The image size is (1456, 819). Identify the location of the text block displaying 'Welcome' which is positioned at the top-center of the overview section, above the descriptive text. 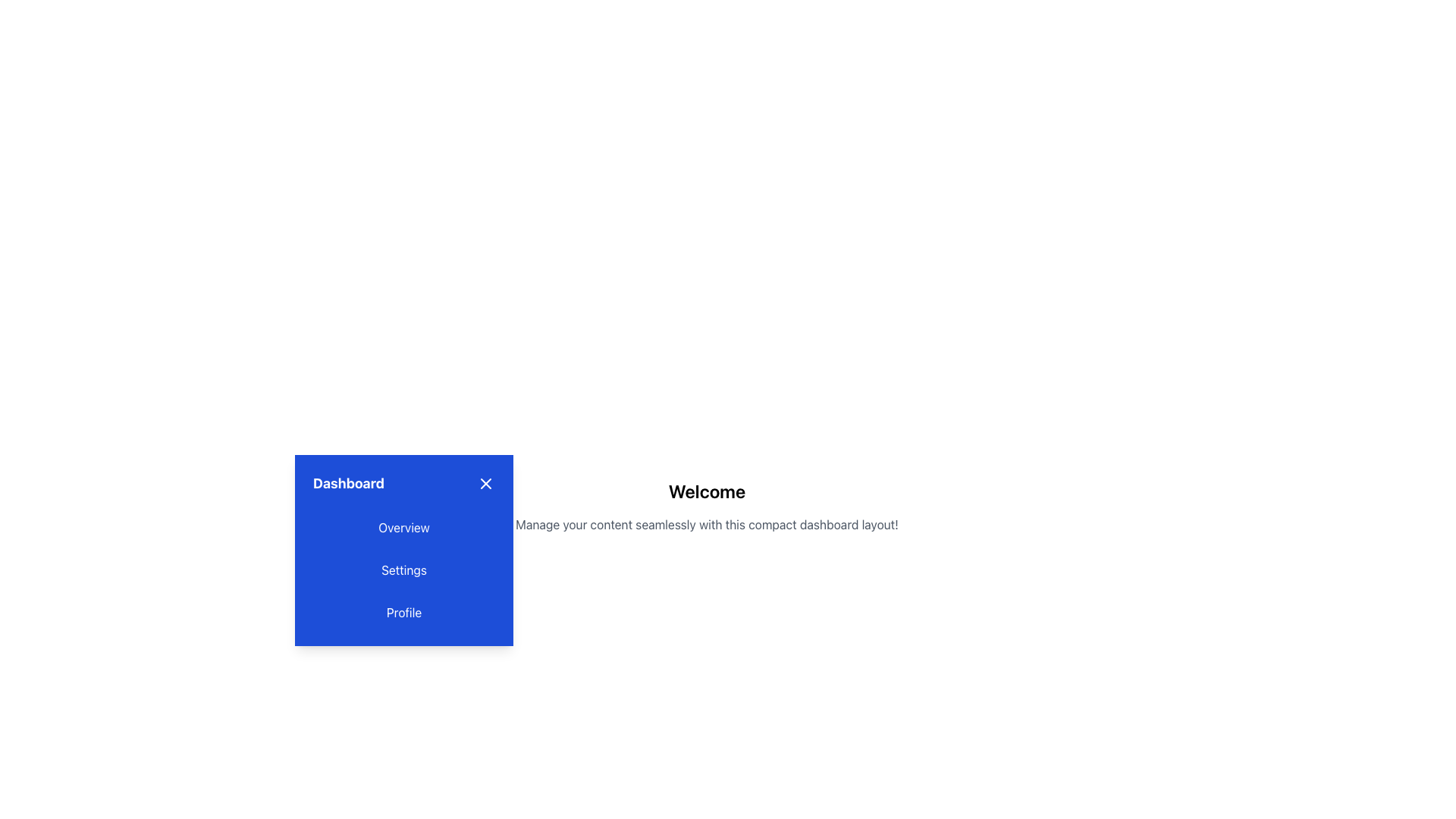
(706, 491).